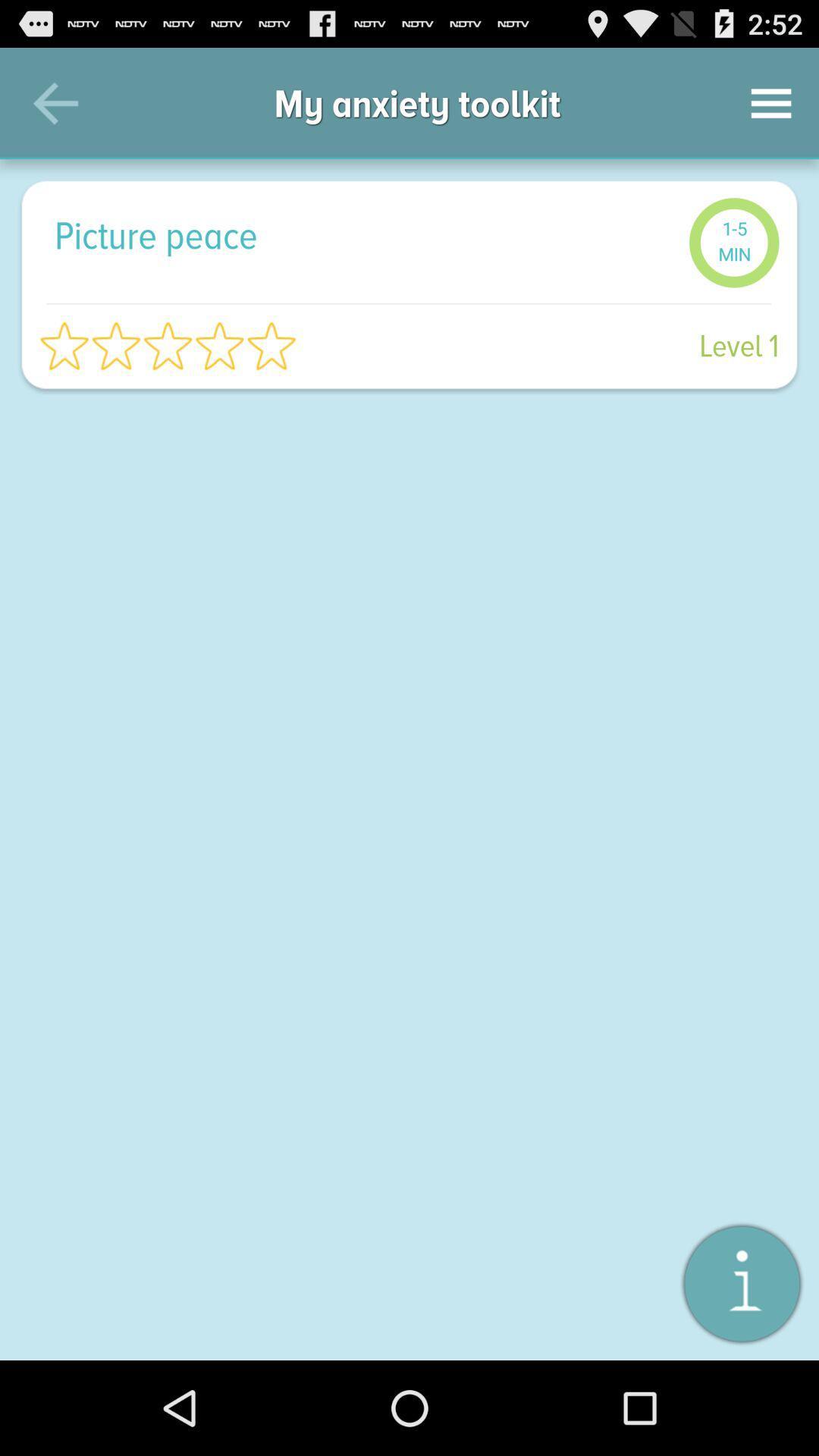 Image resolution: width=819 pixels, height=1456 pixels. What do you see at coordinates (741, 1282) in the screenshot?
I see `item at the bottom right corner` at bounding box center [741, 1282].